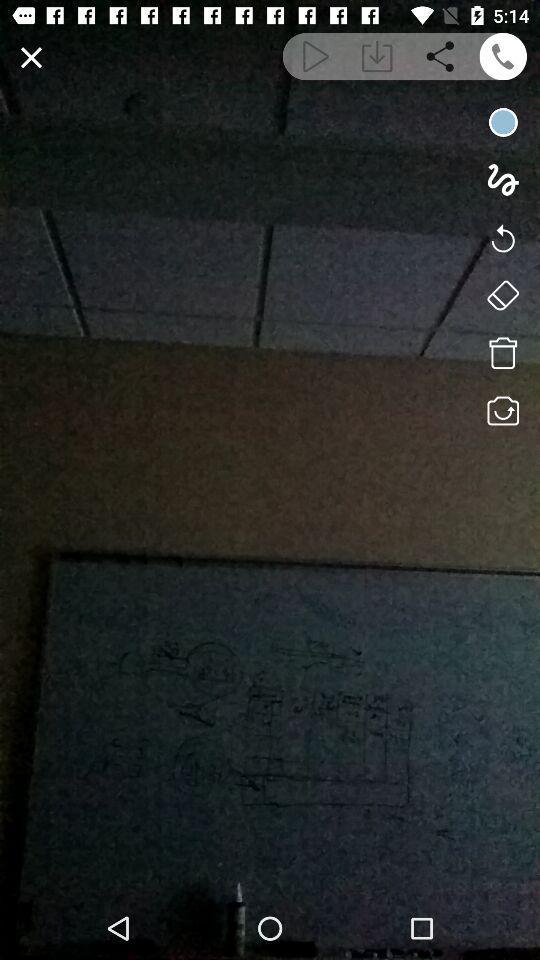  I want to click on close, so click(30, 56).